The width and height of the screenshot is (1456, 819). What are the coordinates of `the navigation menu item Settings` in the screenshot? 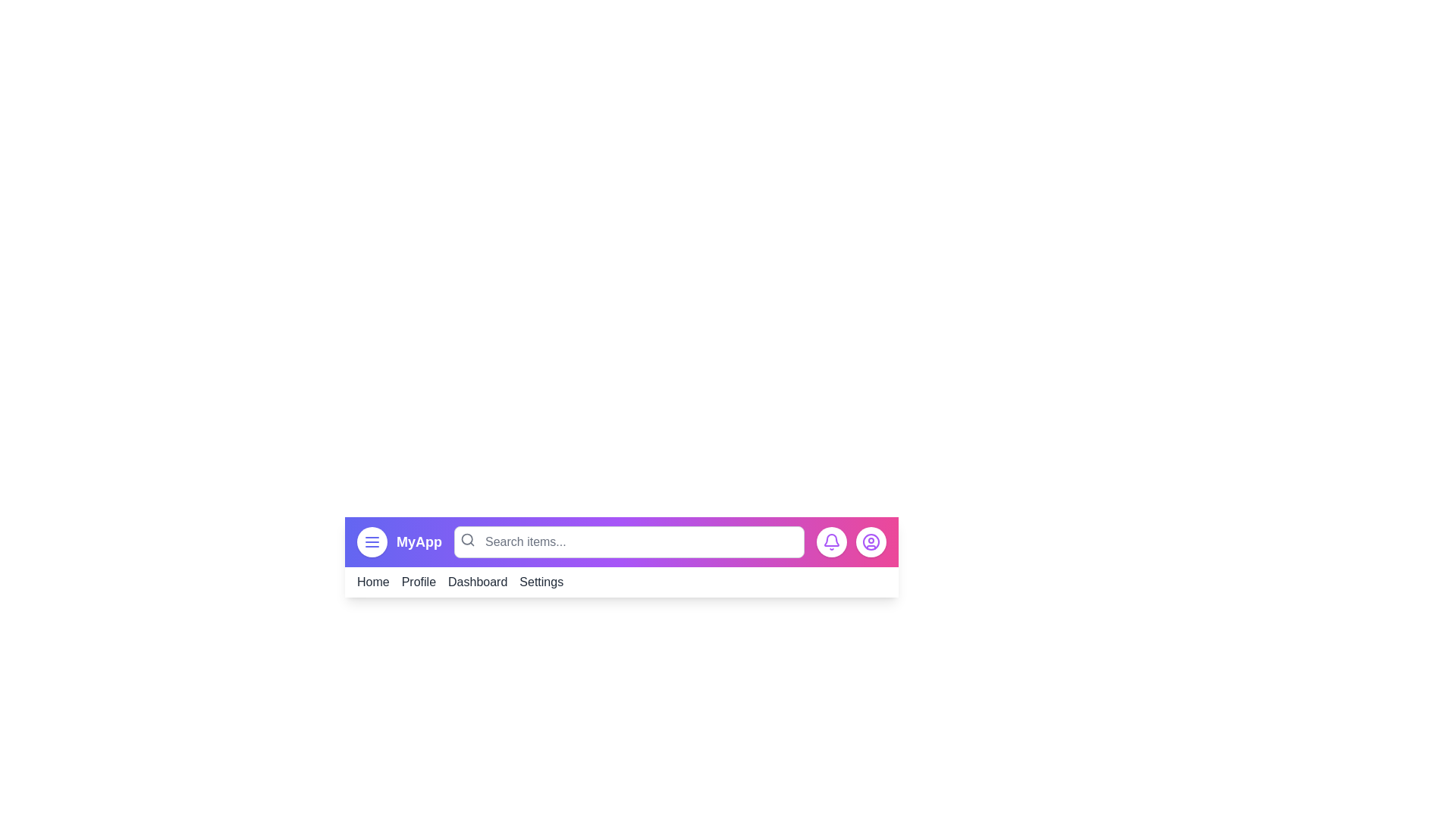 It's located at (541, 581).